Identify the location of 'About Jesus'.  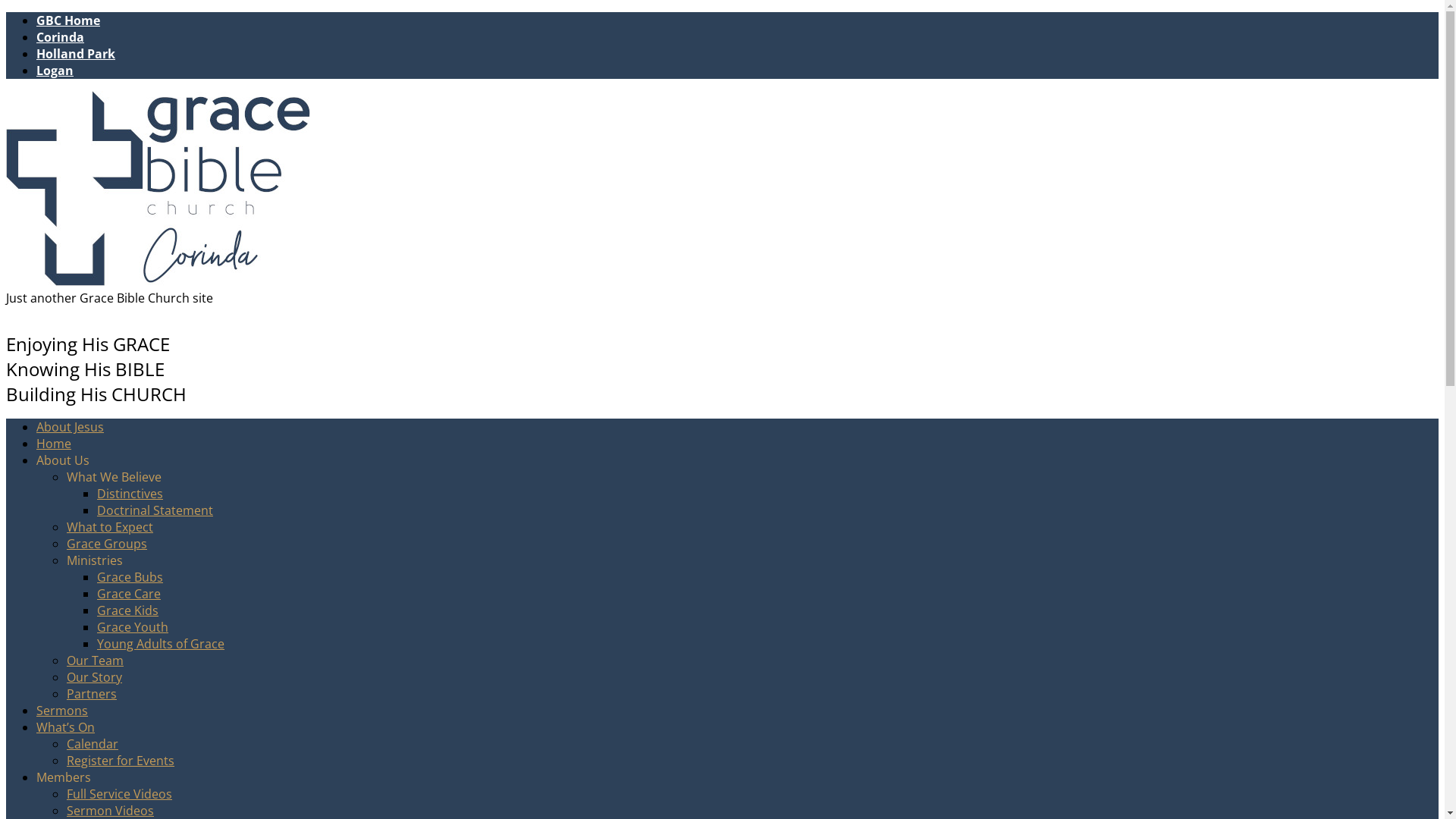
(69, 427).